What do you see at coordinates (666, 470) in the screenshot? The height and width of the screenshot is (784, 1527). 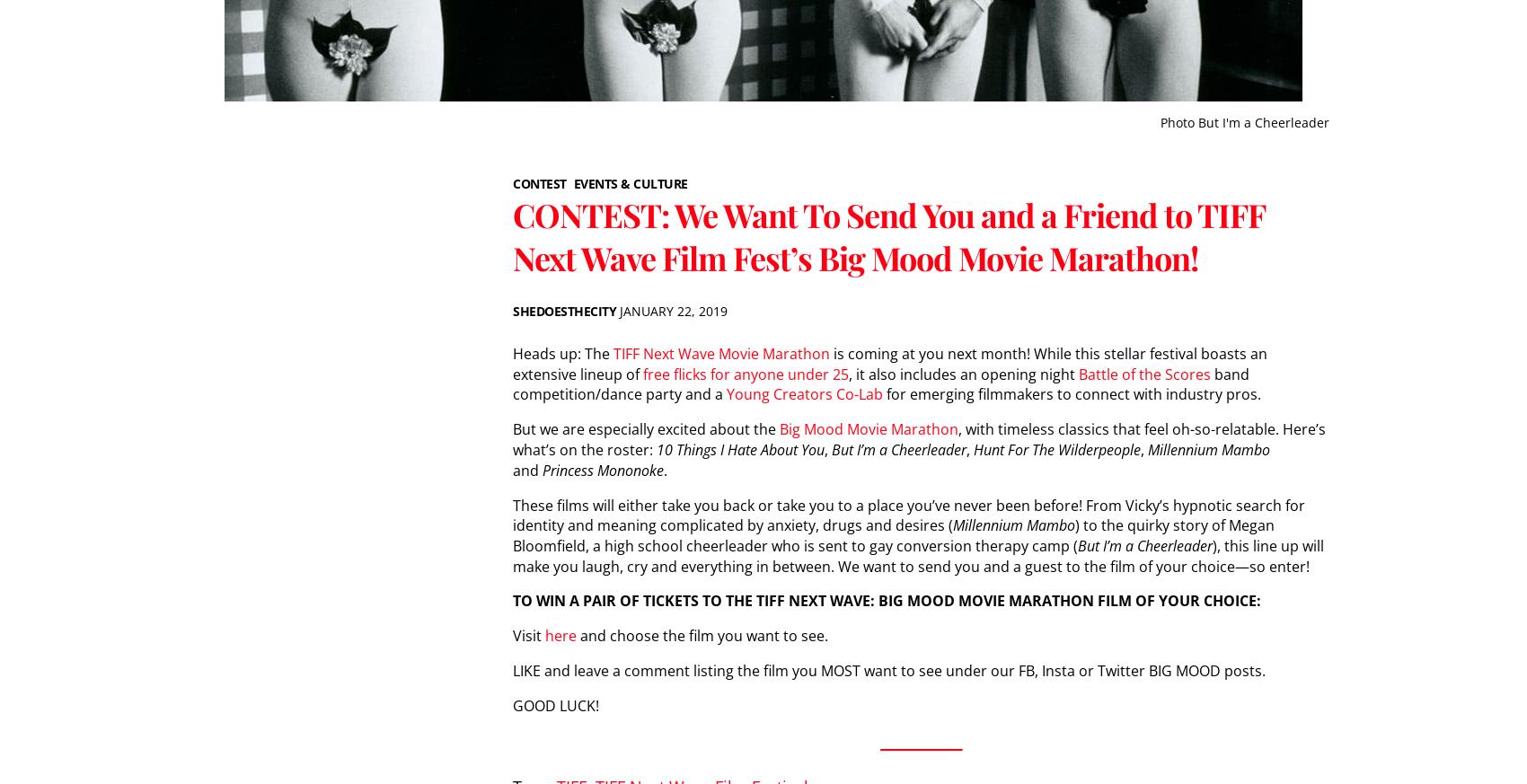 I see `'.'` at bounding box center [666, 470].